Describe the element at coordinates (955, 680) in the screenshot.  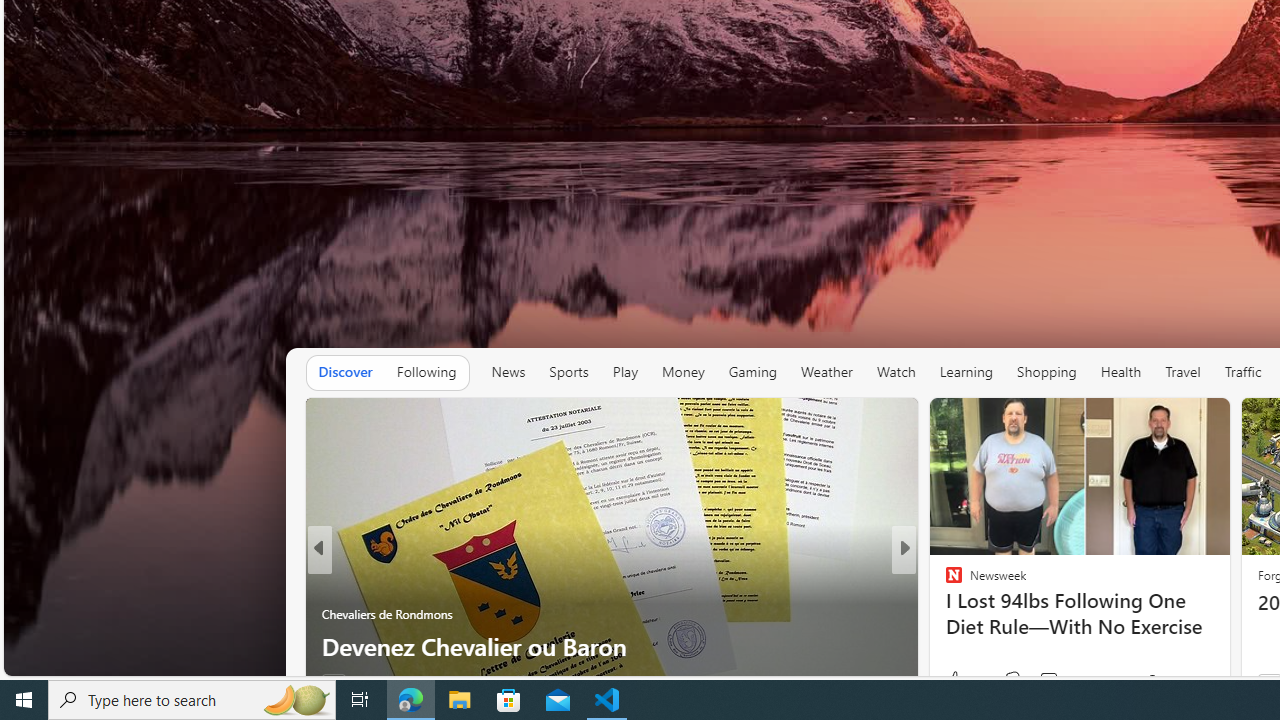
I see `'42 Like'` at that location.